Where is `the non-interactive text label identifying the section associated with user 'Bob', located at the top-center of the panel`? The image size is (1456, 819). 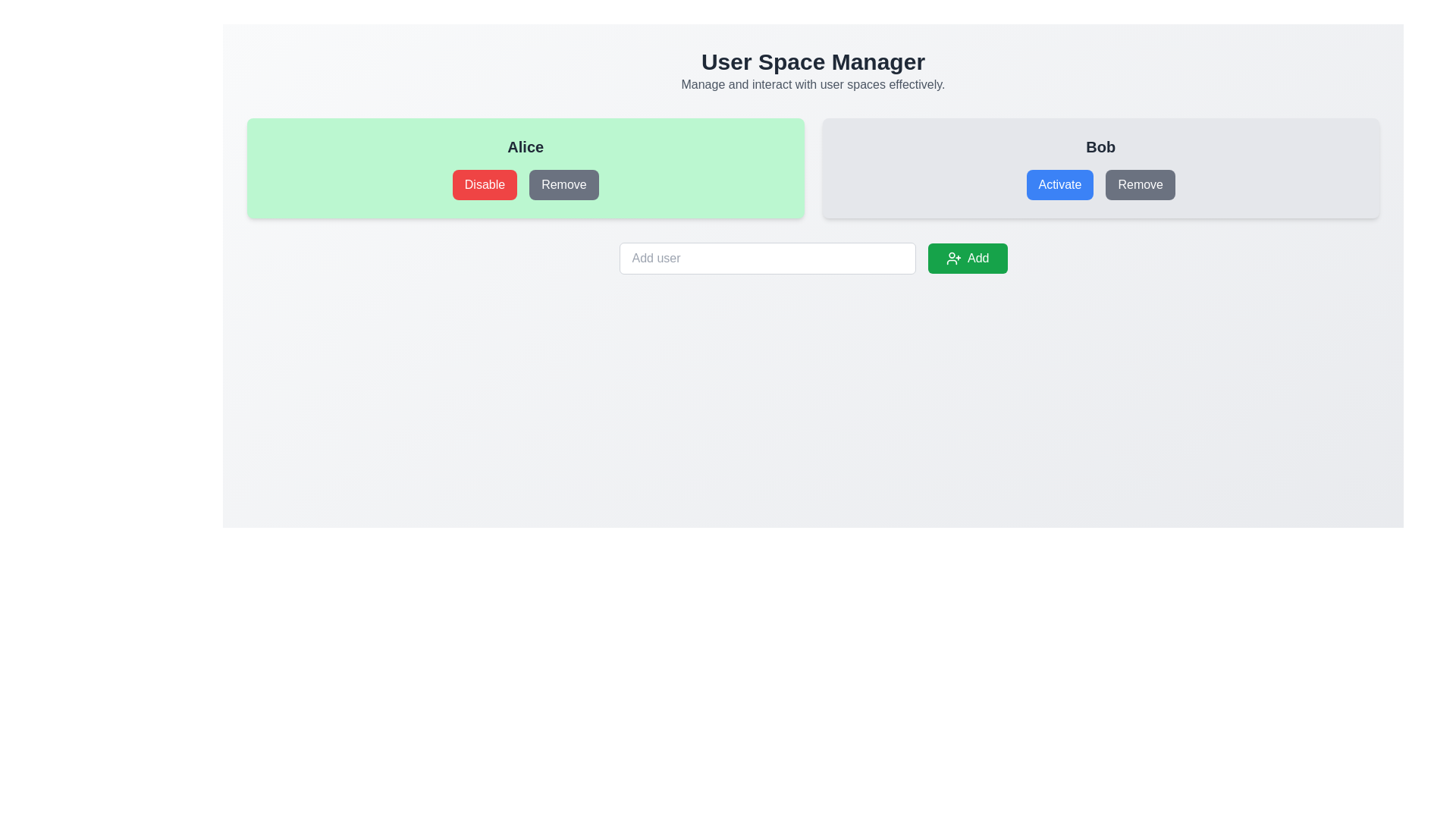
the non-interactive text label identifying the section associated with user 'Bob', located at the top-center of the panel is located at coordinates (1100, 146).